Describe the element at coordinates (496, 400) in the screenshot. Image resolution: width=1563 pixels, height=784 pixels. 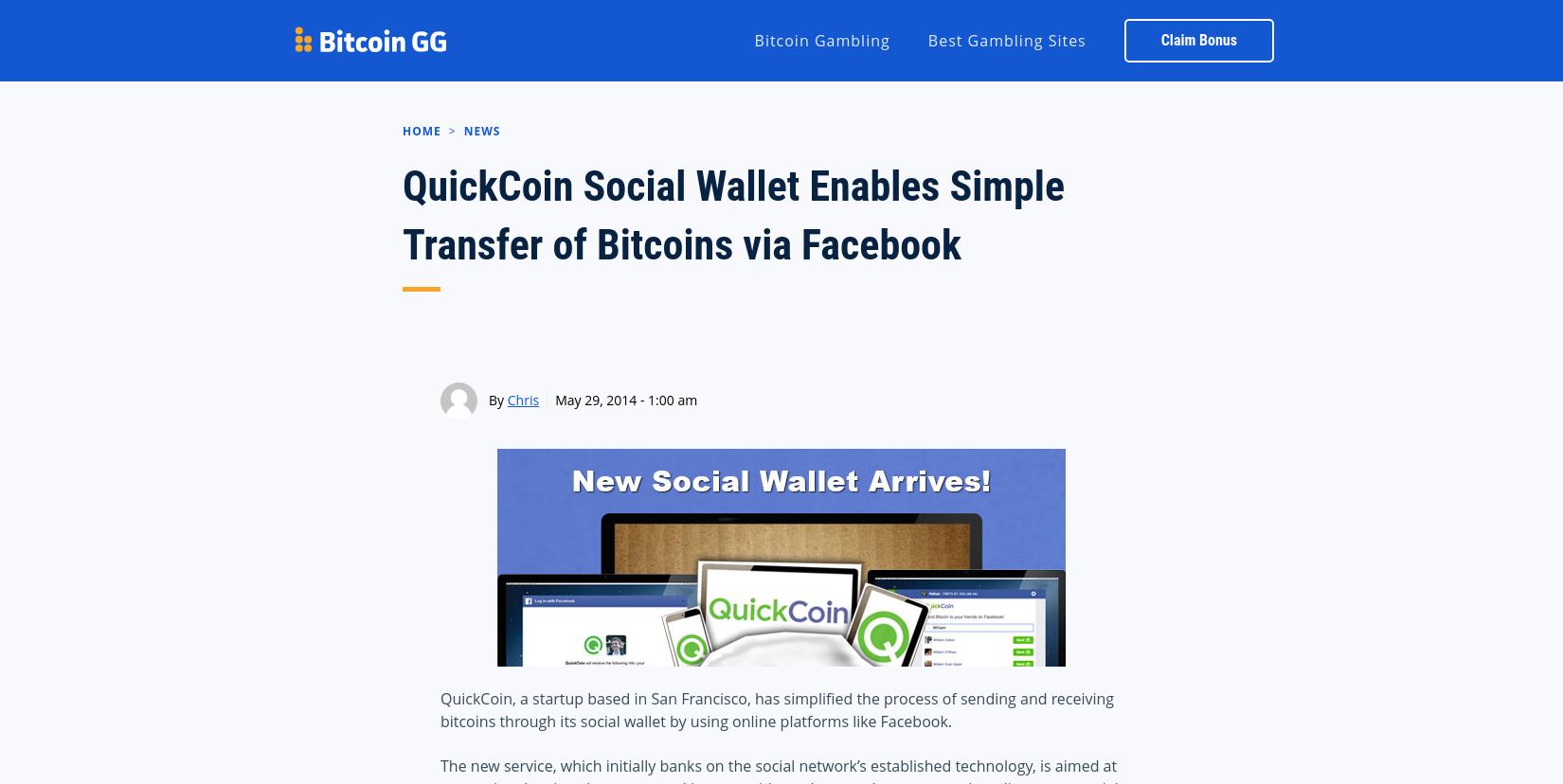
I see `'By'` at that location.